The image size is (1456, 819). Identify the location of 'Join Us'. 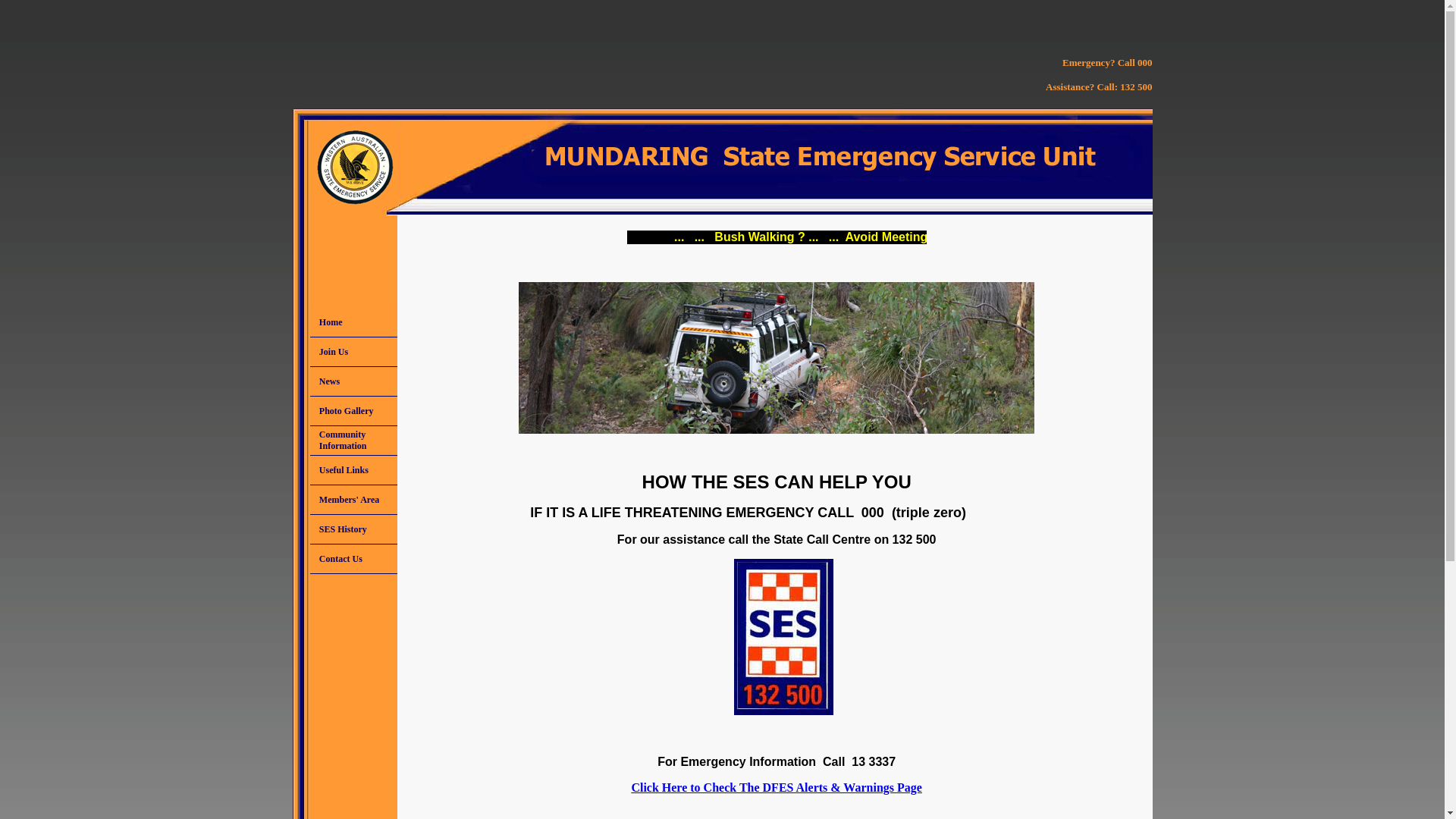
(309, 351).